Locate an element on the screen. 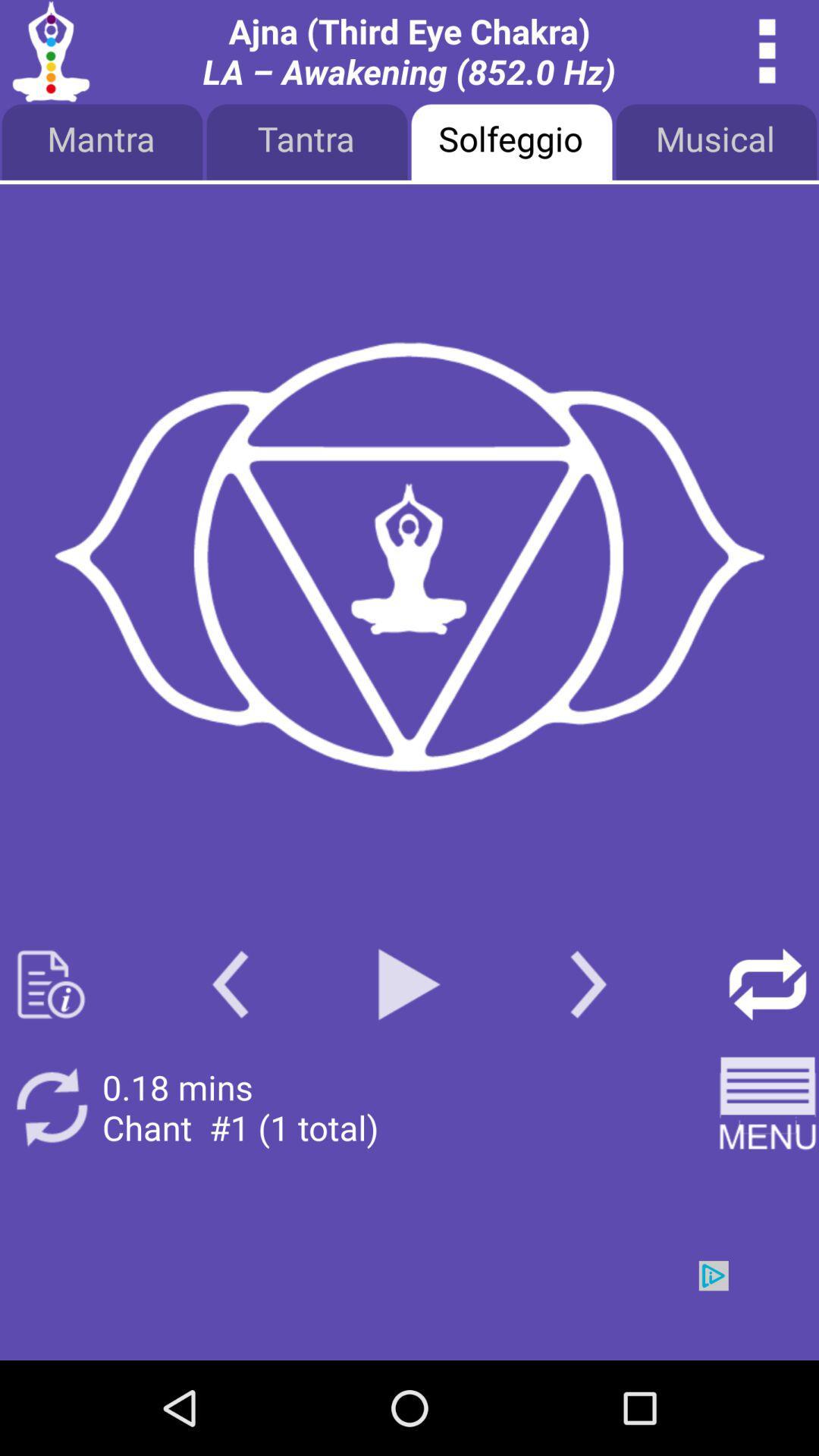  go back is located at coordinates (230, 984).